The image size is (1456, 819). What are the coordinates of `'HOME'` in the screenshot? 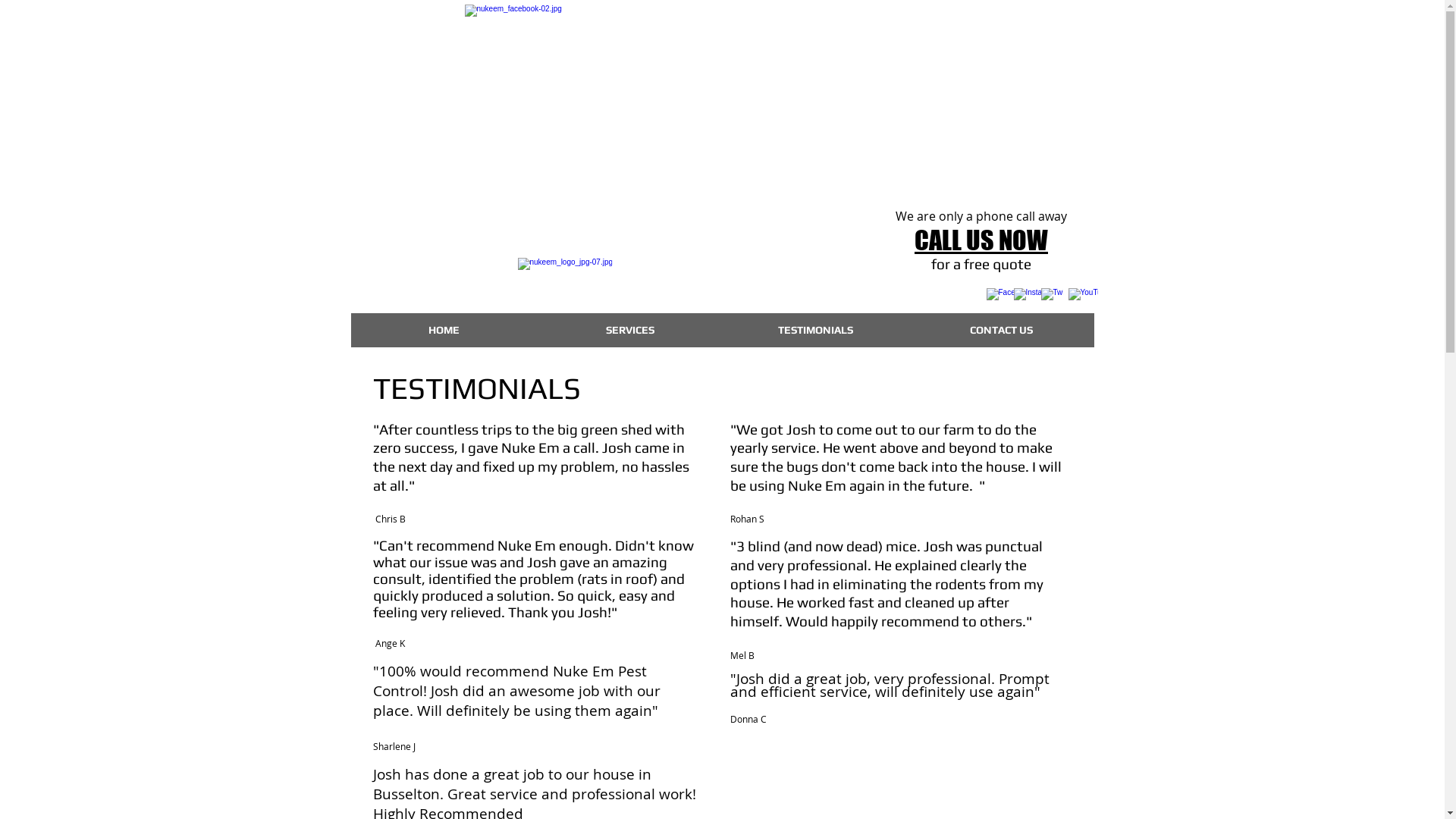 It's located at (442, 329).